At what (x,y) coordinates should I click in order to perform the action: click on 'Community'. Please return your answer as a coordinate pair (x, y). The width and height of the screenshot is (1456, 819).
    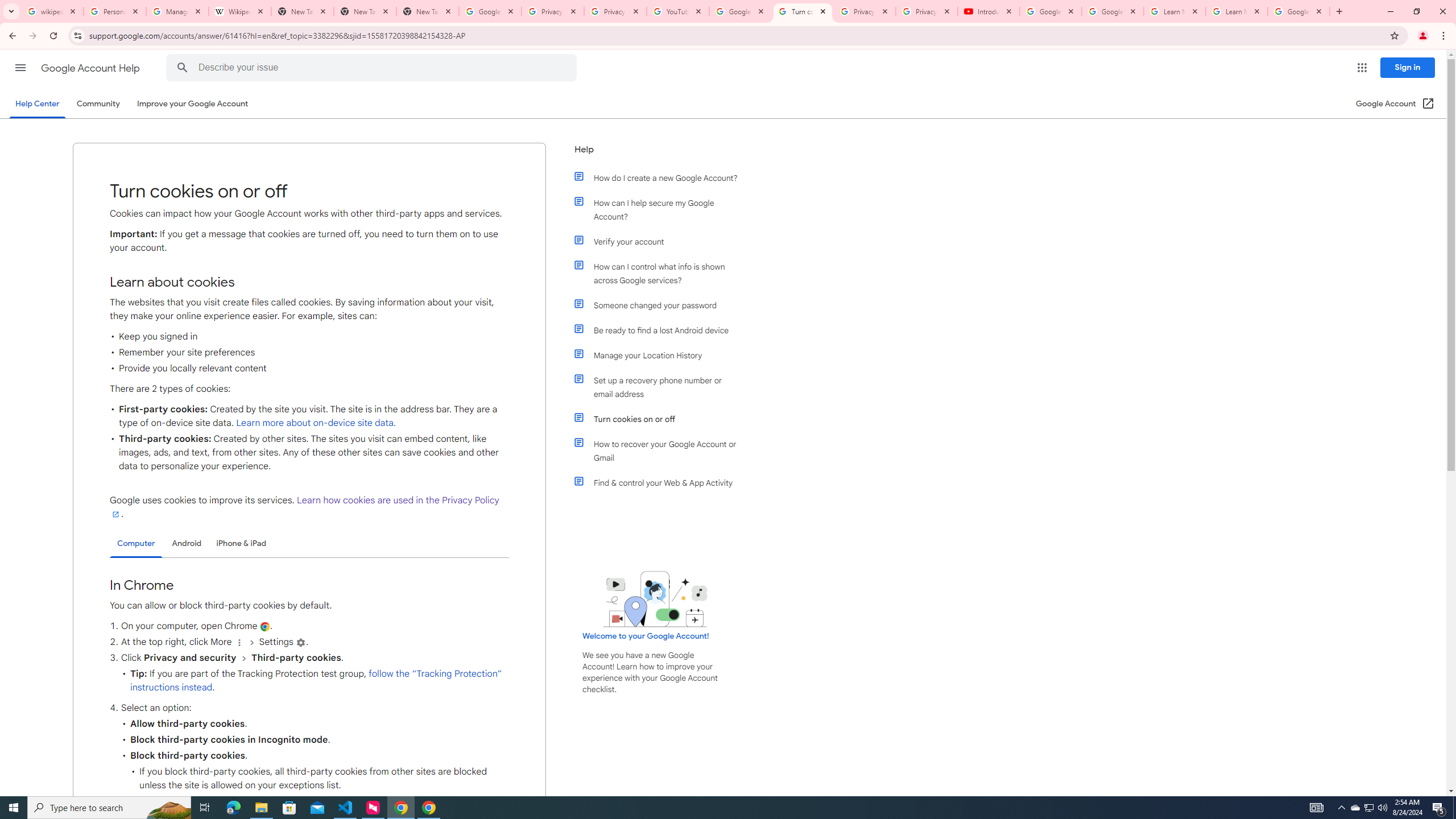
    Looking at the image, I should click on (97, 103).